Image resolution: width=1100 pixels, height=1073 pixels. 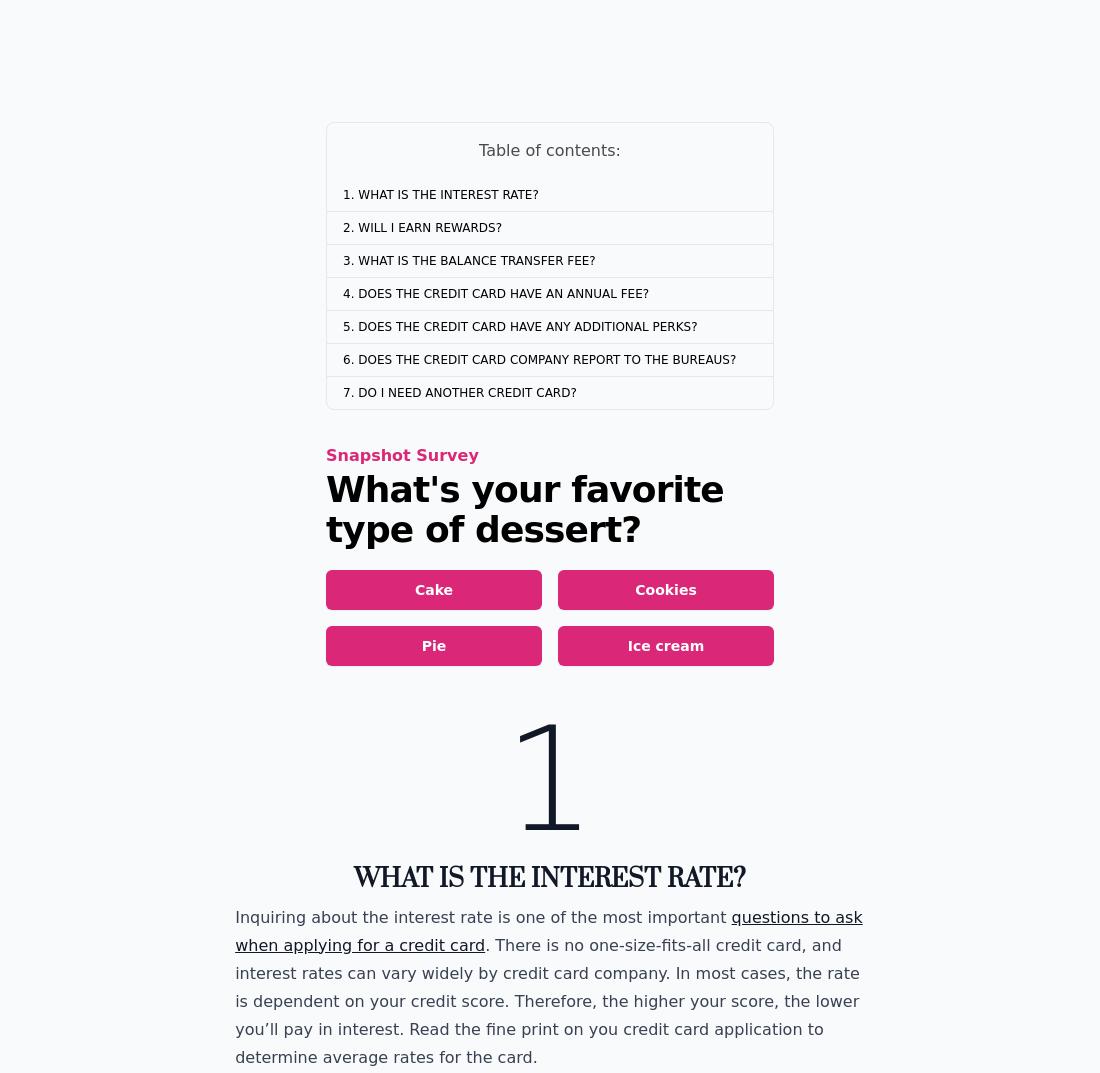 I want to click on 'Snapshot Survey', so click(x=402, y=455).